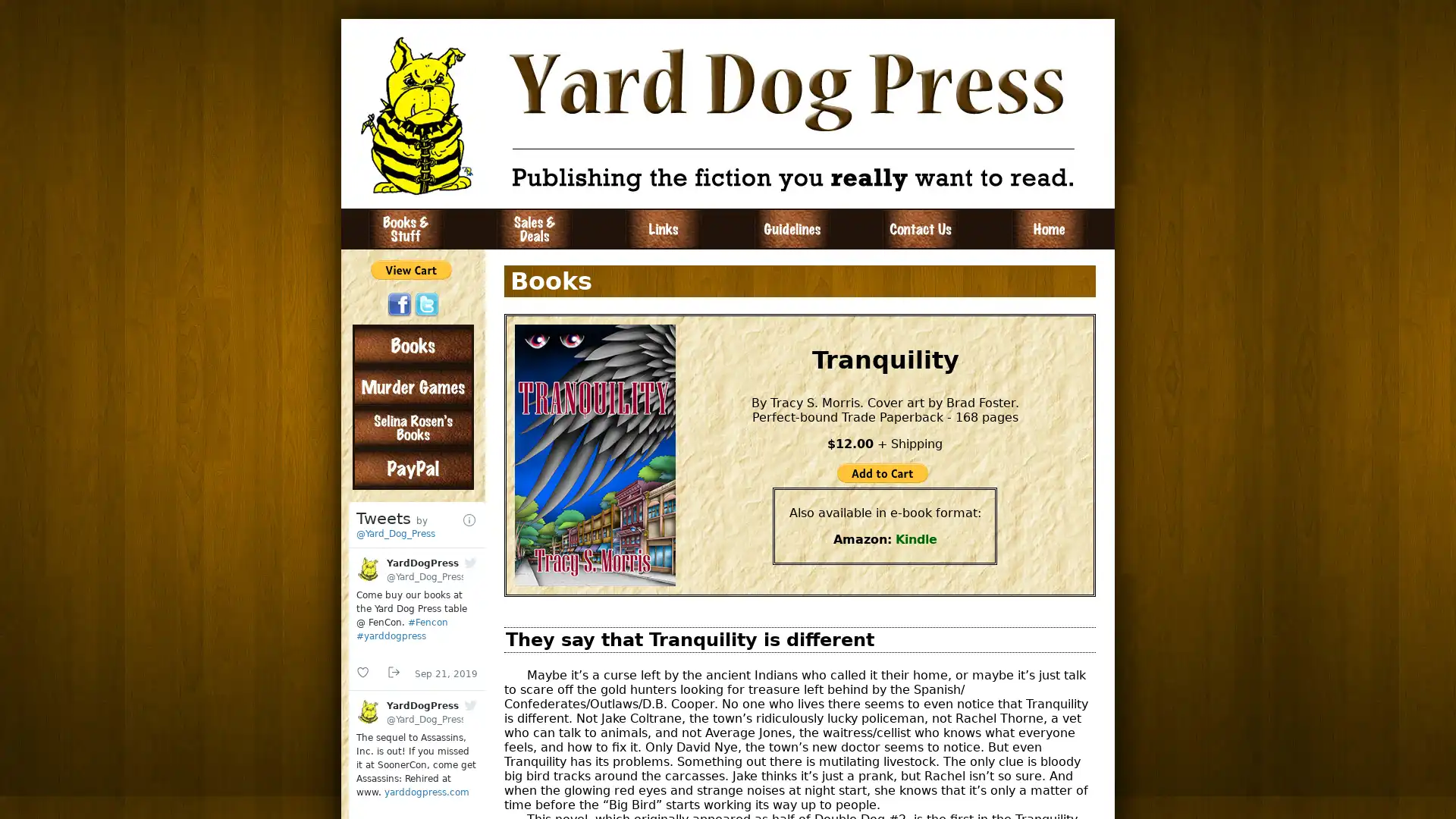 The height and width of the screenshot is (819, 1456). Describe the element at coordinates (882, 472) in the screenshot. I see `PayPal - The safer, easier way to pay online!` at that location.